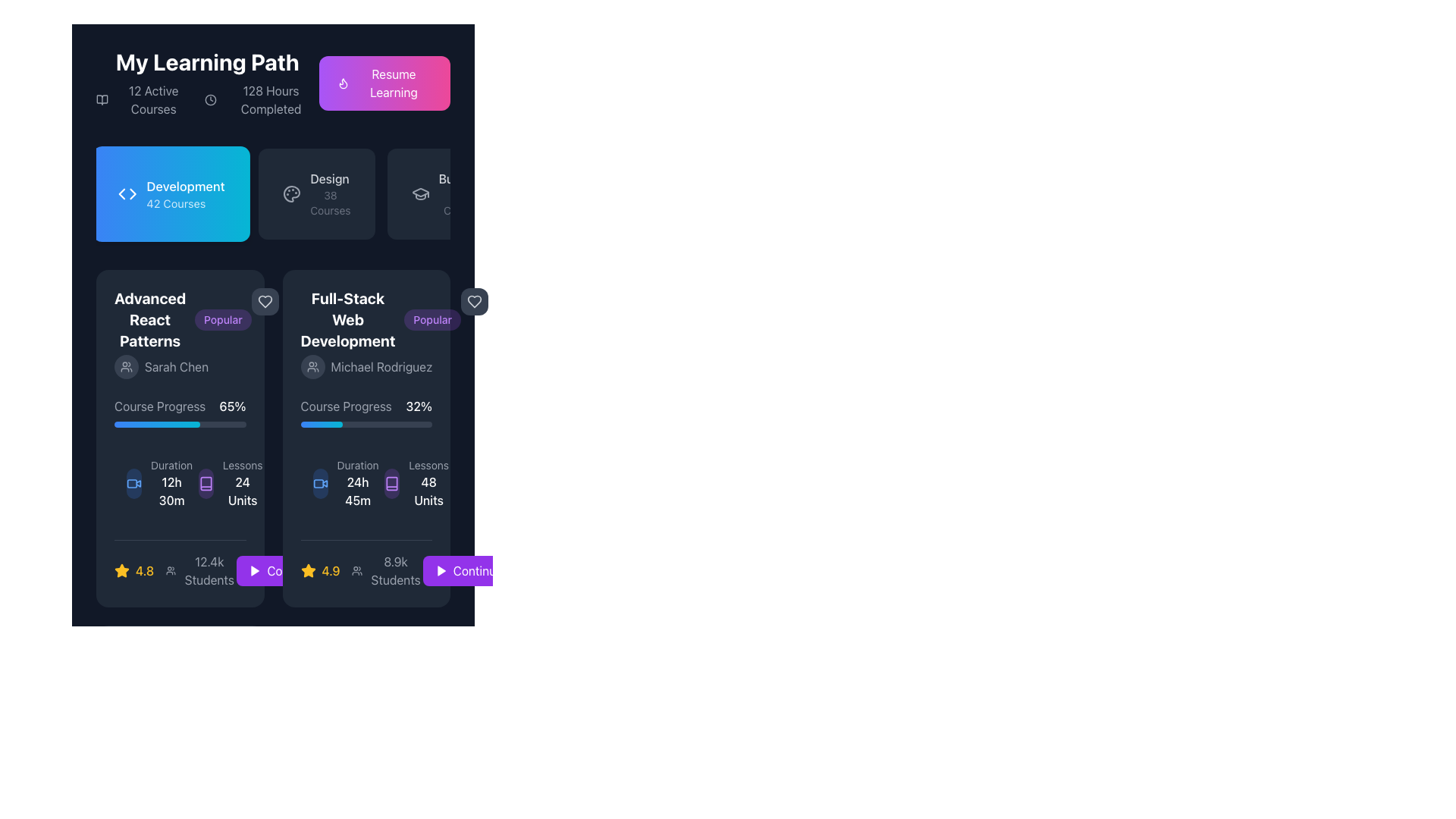 This screenshot has height=819, width=1456. Describe the element at coordinates (180, 564) in the screenshot. I see `displayed information from the informational display panel located in the 'Advanced React Patterns' card, positioned above the 'Continue' button` at that location.